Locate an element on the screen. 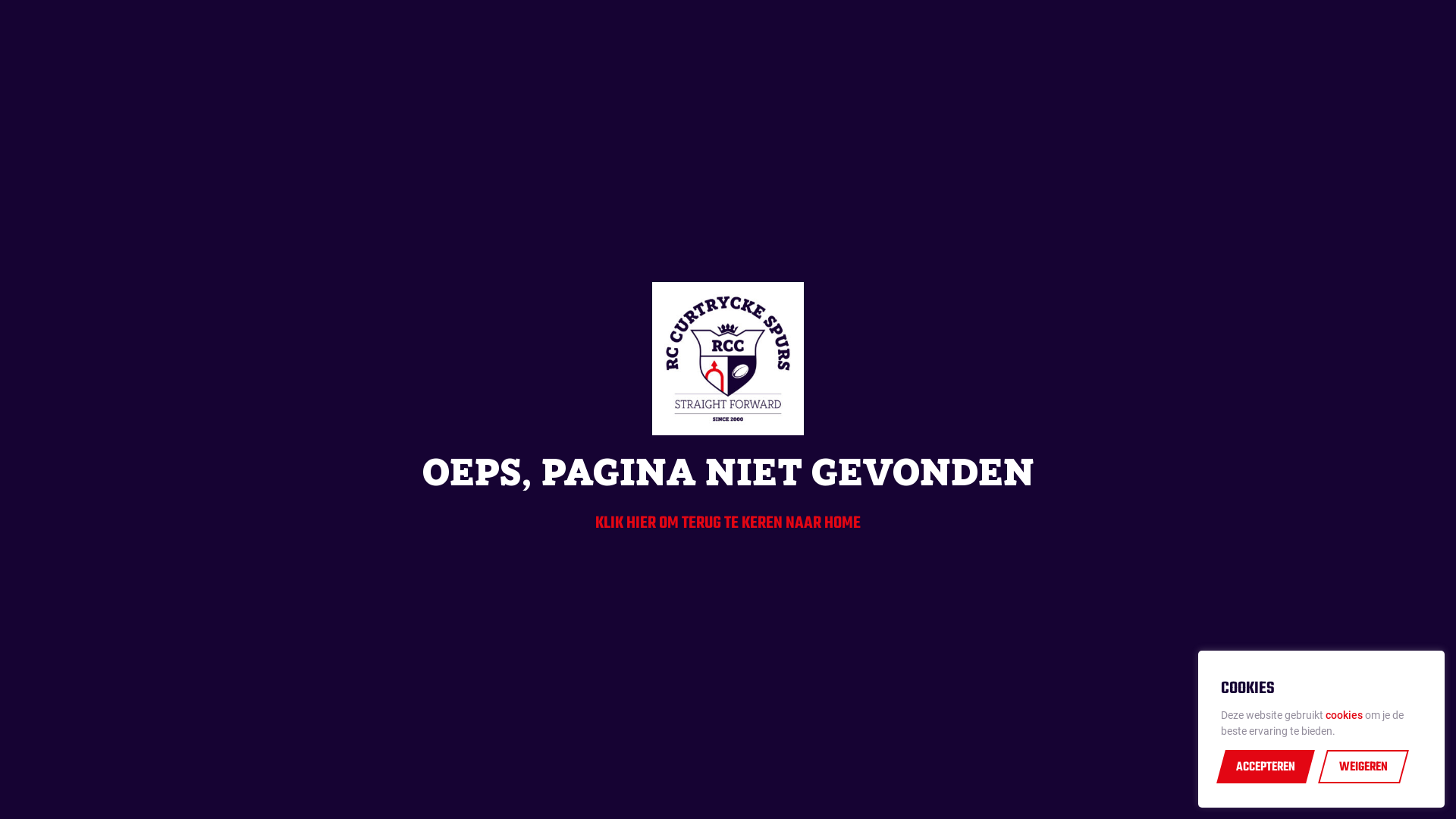 Image resolution: width=1456 pixels, height=819 pixels. 'ACCEPTEREN' is located at coordinates (1266, 767).